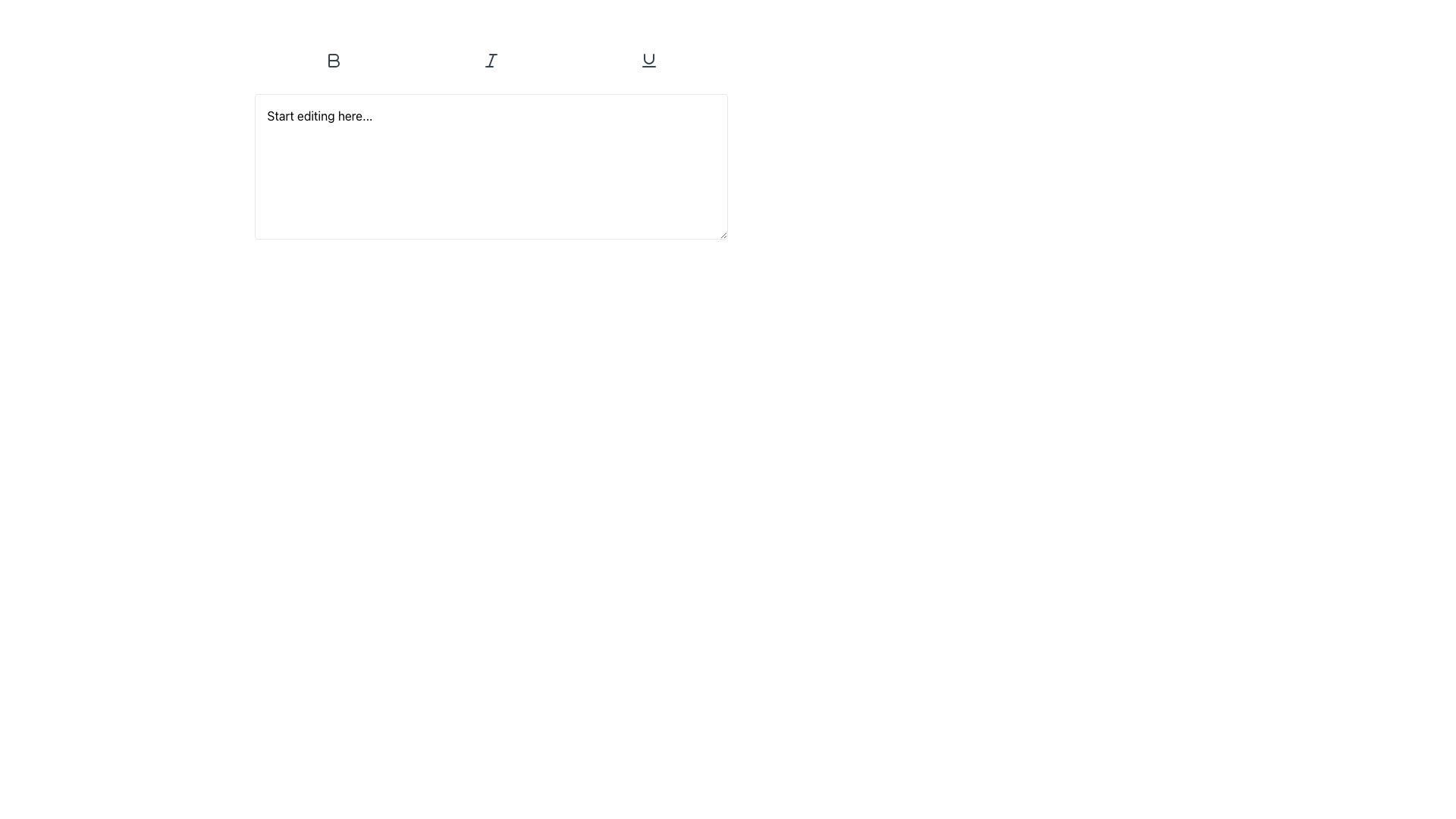 The height and width of the screenshot is (819, 1456). What do you see at coordinates (648, 60) in the screenshot?
I see `the underline formatting button icon located in the top-right corner of the text editor toolbar` at bounding box center [648, 60].